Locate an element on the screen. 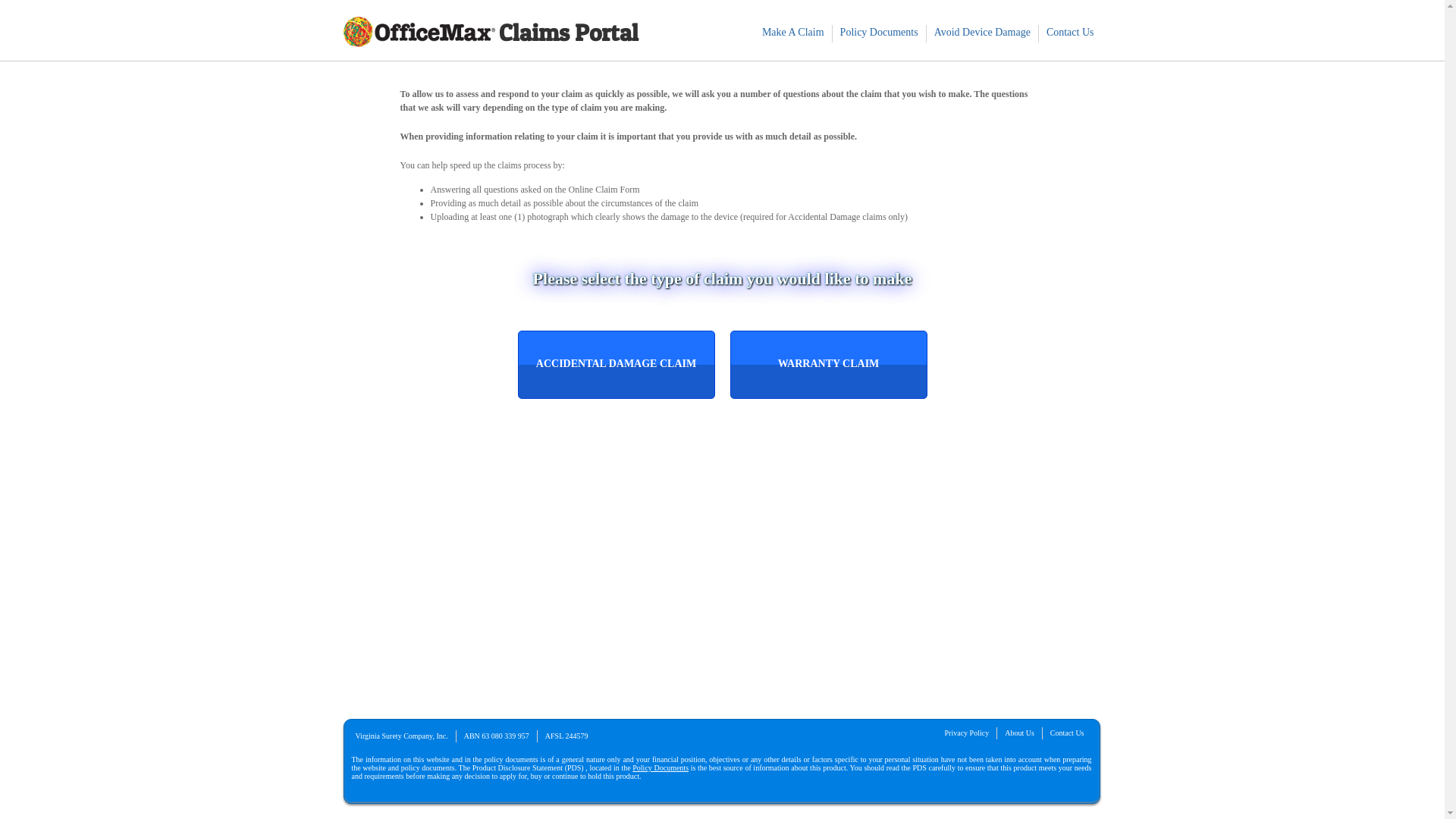 The height and width of the screenshot is (819, 1456). 'Privacy Policy' is located at coordinates (966, 732).